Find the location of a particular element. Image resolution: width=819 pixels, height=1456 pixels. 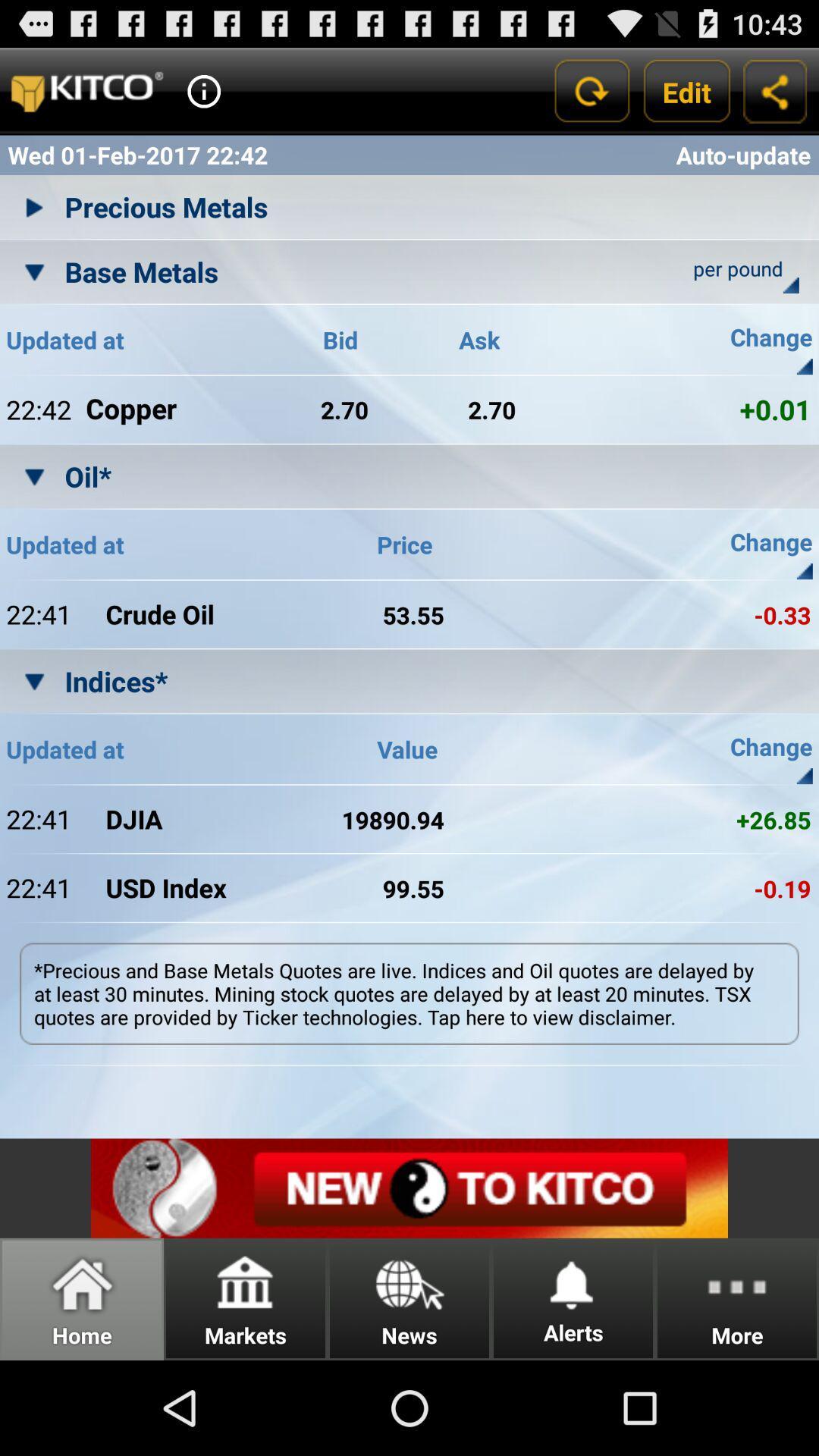

the down arrow left to indices is located at coordinates (34, 680).